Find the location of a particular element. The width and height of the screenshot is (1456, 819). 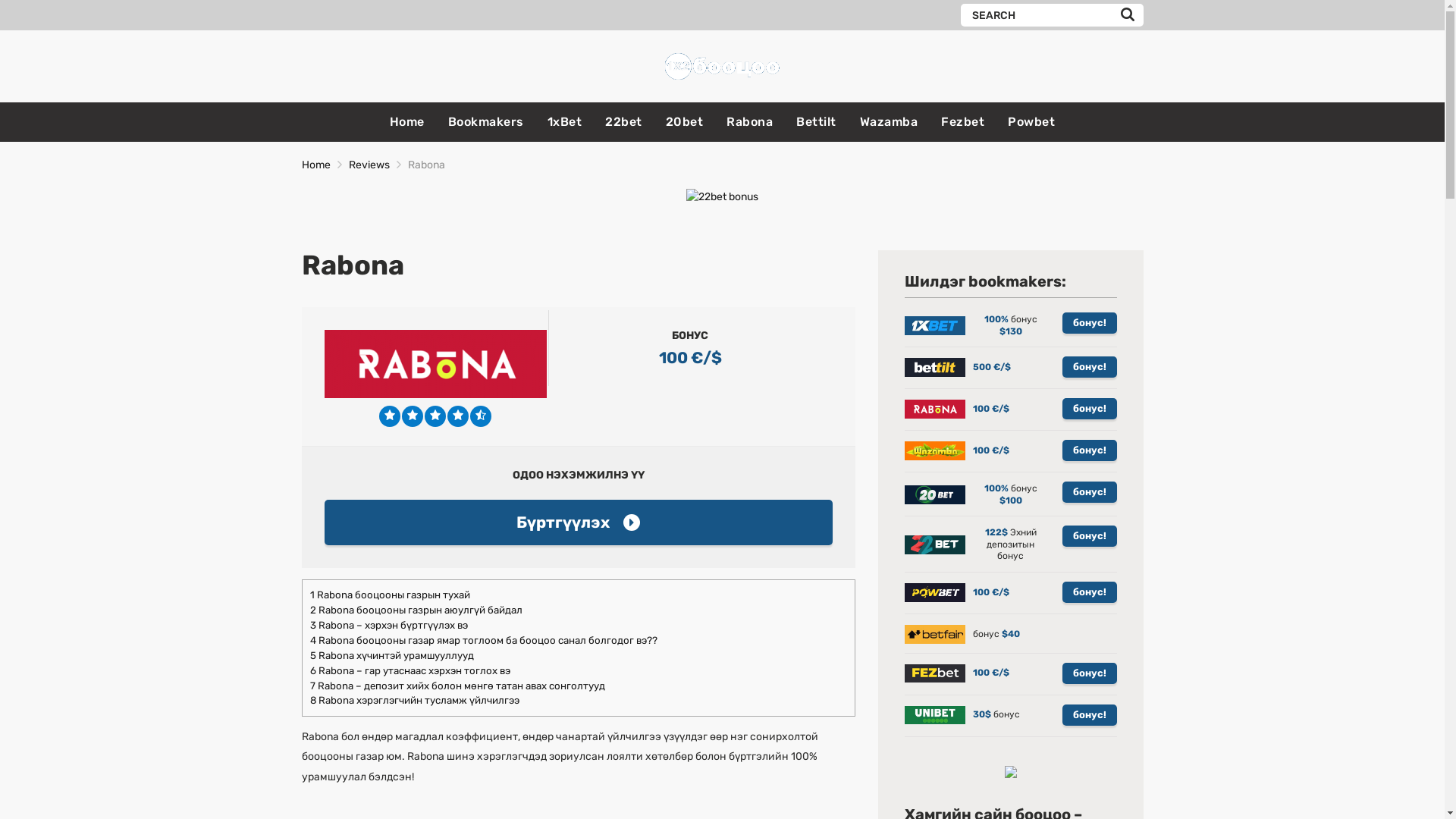

'1xBet' is located at coordinates (563, 121).